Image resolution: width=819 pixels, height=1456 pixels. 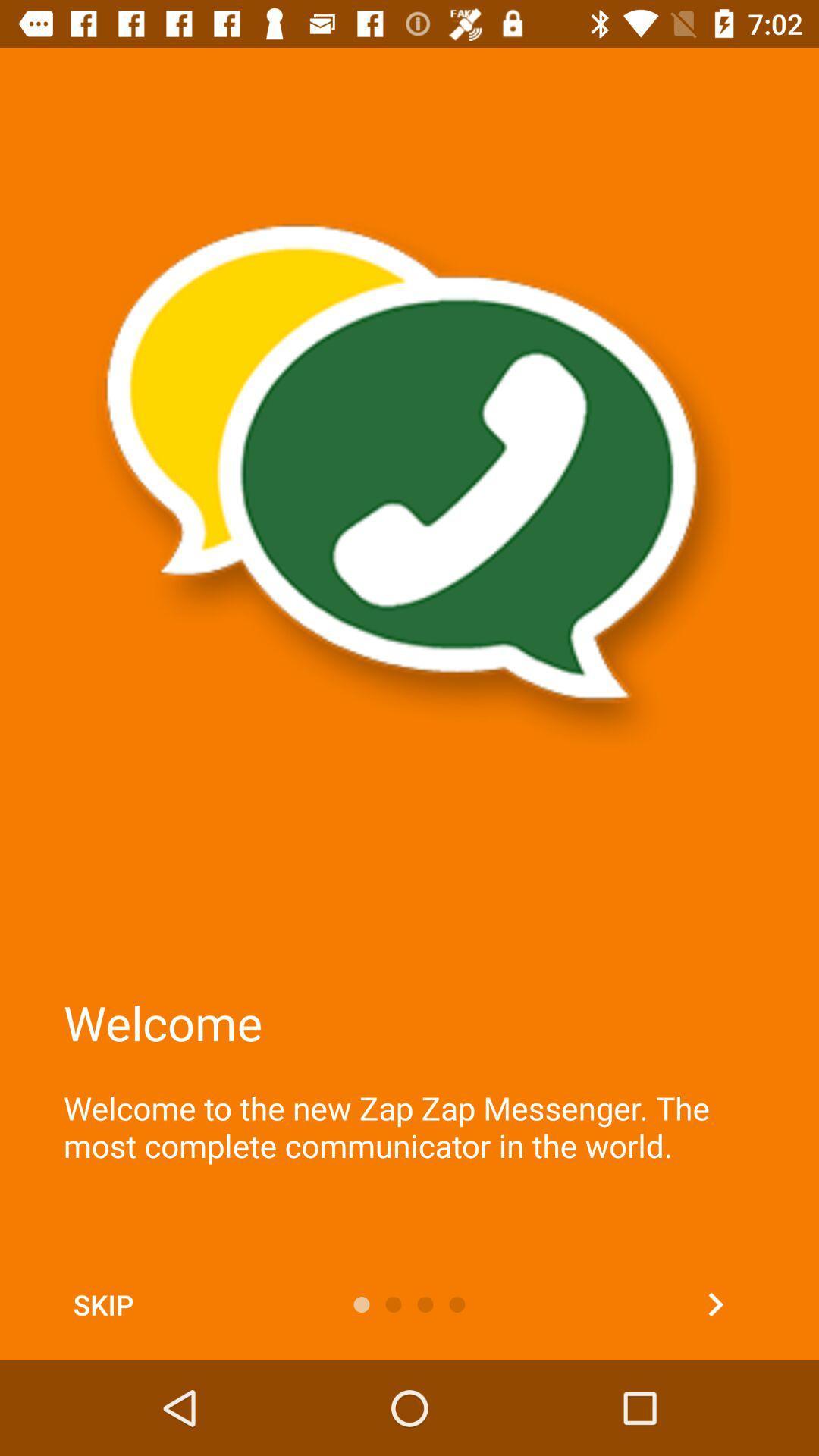 I want to click on next, so click(x=715, y=1304).